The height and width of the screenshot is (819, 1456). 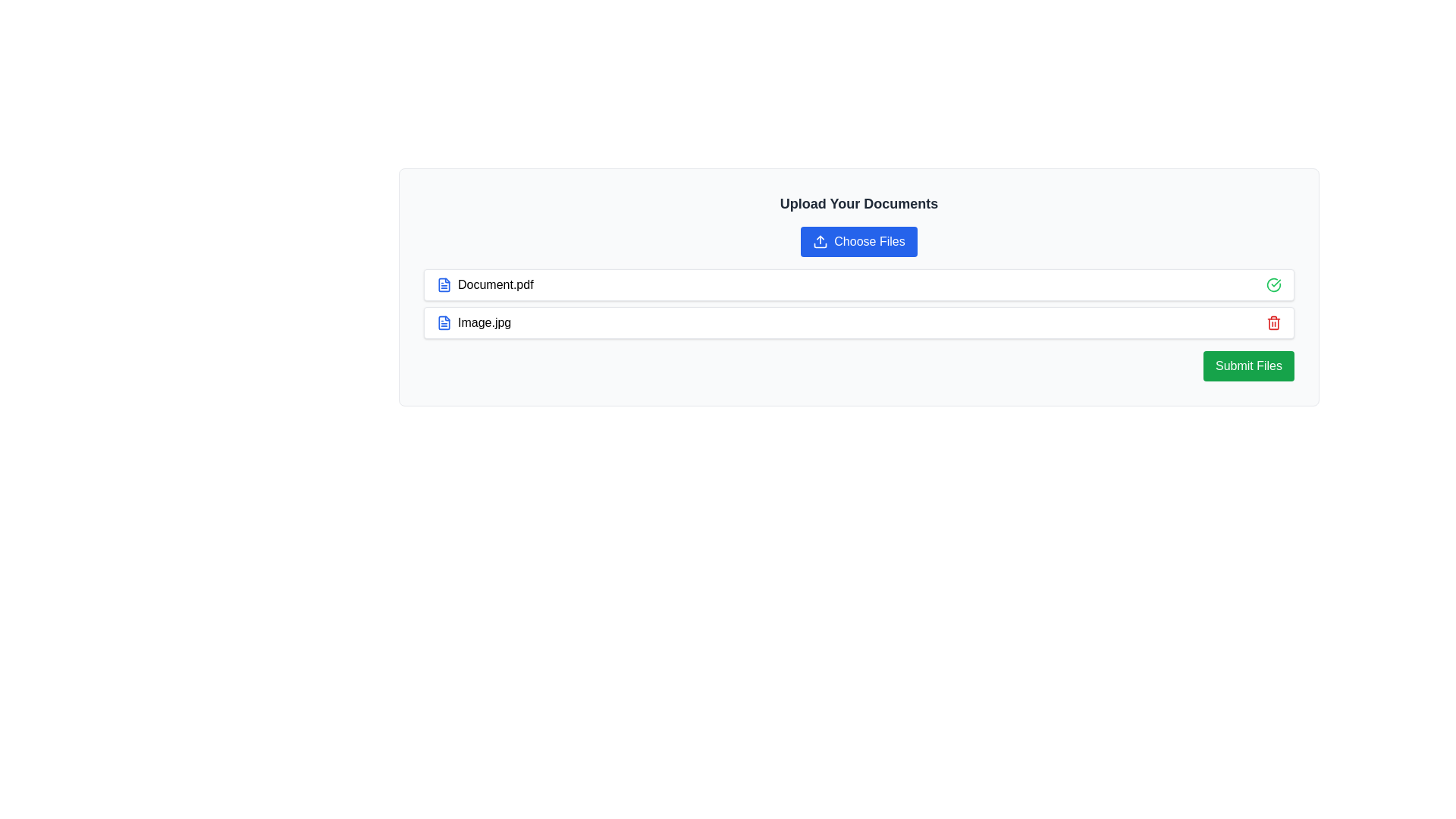 I want to click on the selectable file list item, which is the first item in the list and displays the file name with an accompanying icon, so click(x=484, y=284).